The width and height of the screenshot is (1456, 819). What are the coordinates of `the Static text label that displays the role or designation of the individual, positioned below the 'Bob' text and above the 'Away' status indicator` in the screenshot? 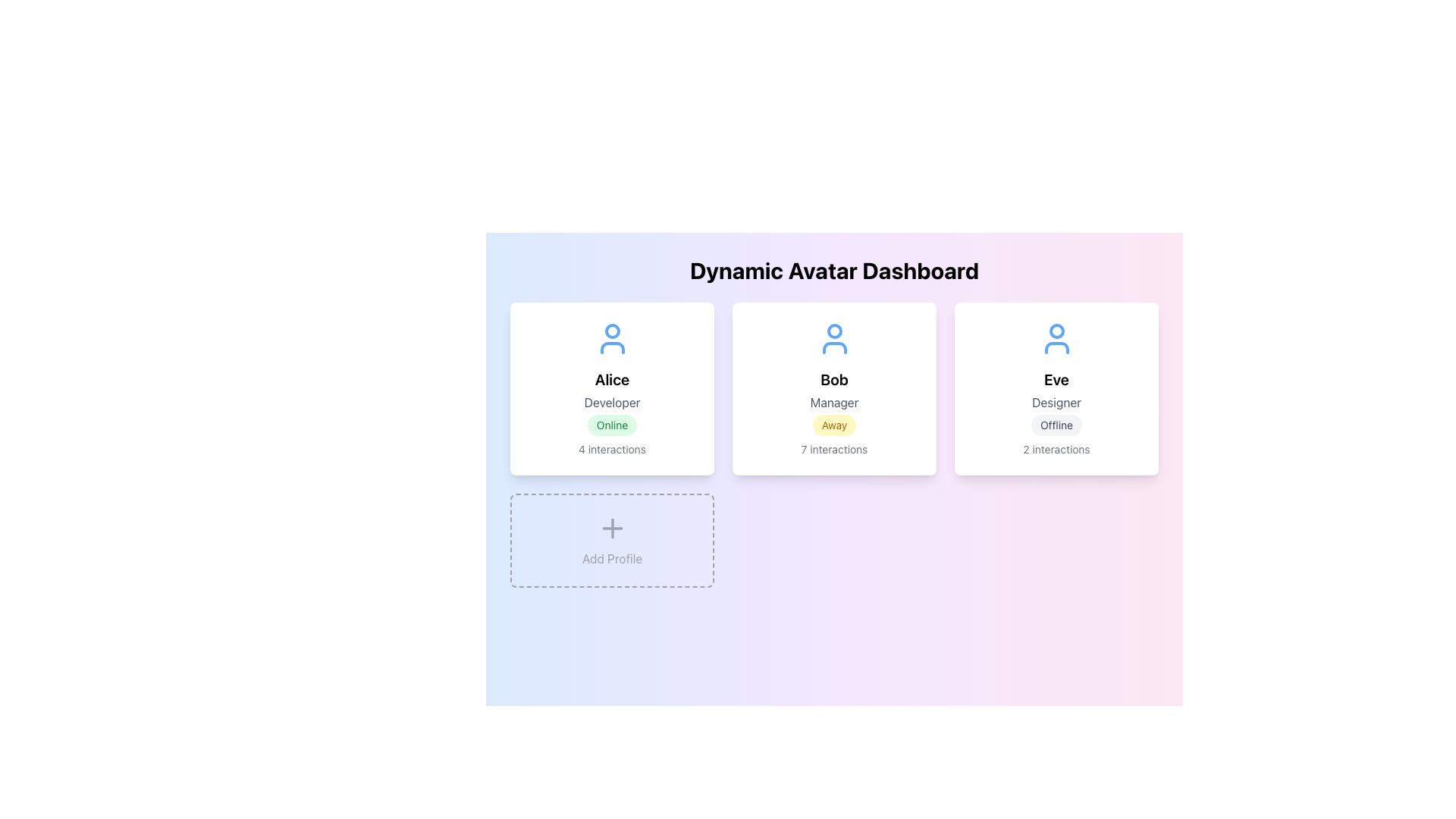 It's located at (833, 402).